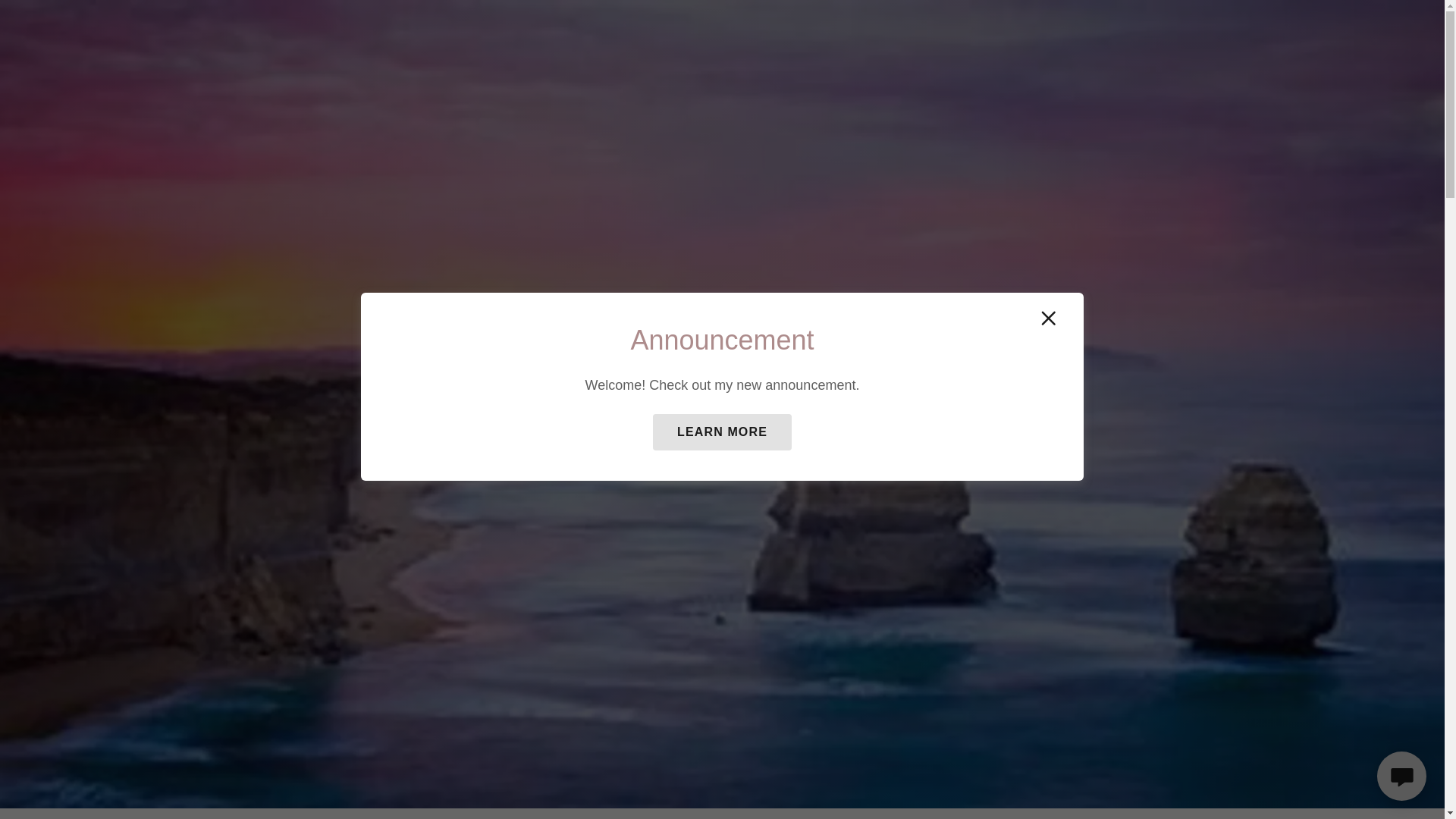 This screenshot has height=819, width=1456. Describe the element at coordinates (721, 432) in the screenshot. I see `'LEARN MORE'` at that location.